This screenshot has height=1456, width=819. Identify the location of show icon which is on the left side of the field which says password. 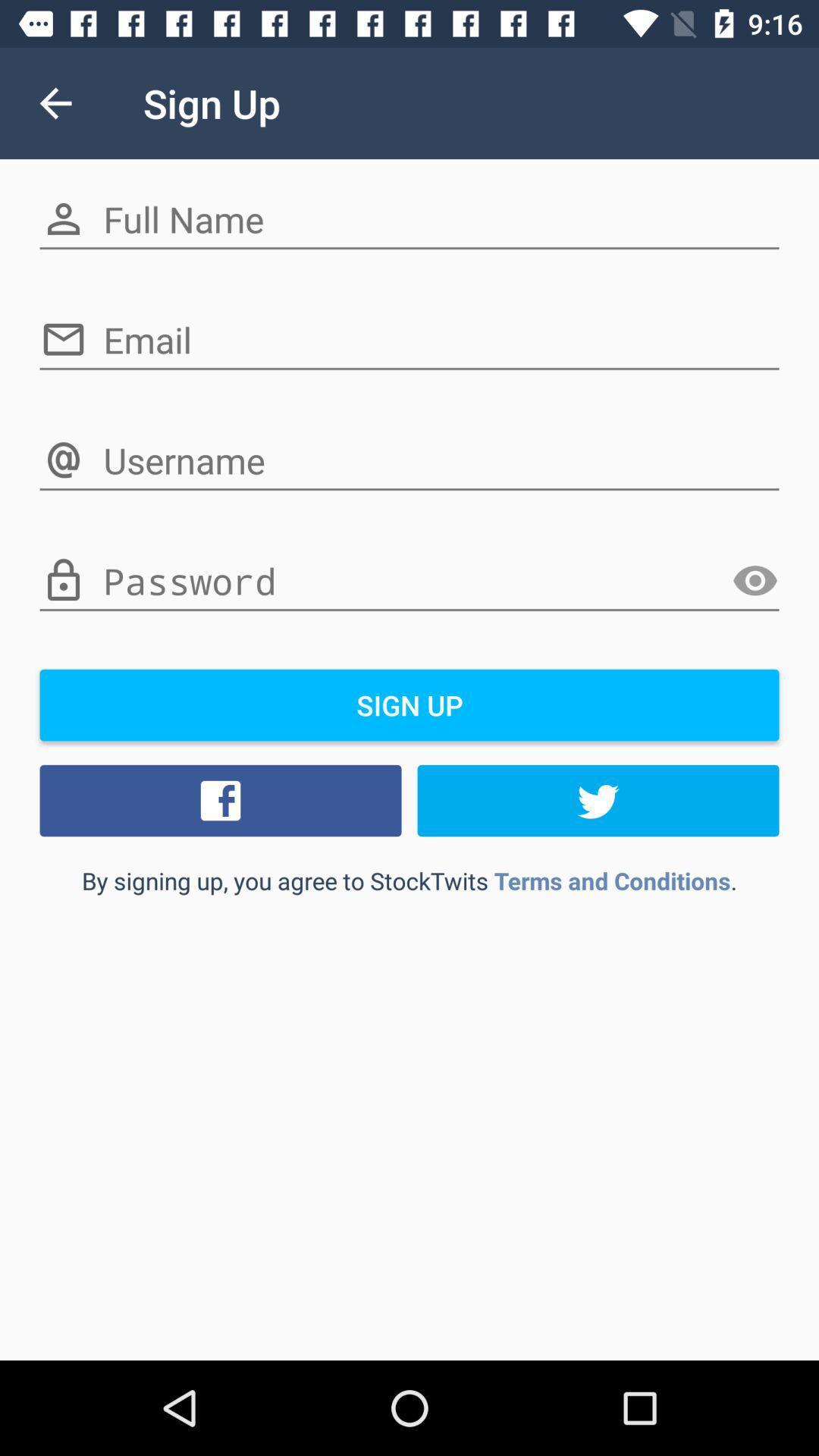
(755, 581).